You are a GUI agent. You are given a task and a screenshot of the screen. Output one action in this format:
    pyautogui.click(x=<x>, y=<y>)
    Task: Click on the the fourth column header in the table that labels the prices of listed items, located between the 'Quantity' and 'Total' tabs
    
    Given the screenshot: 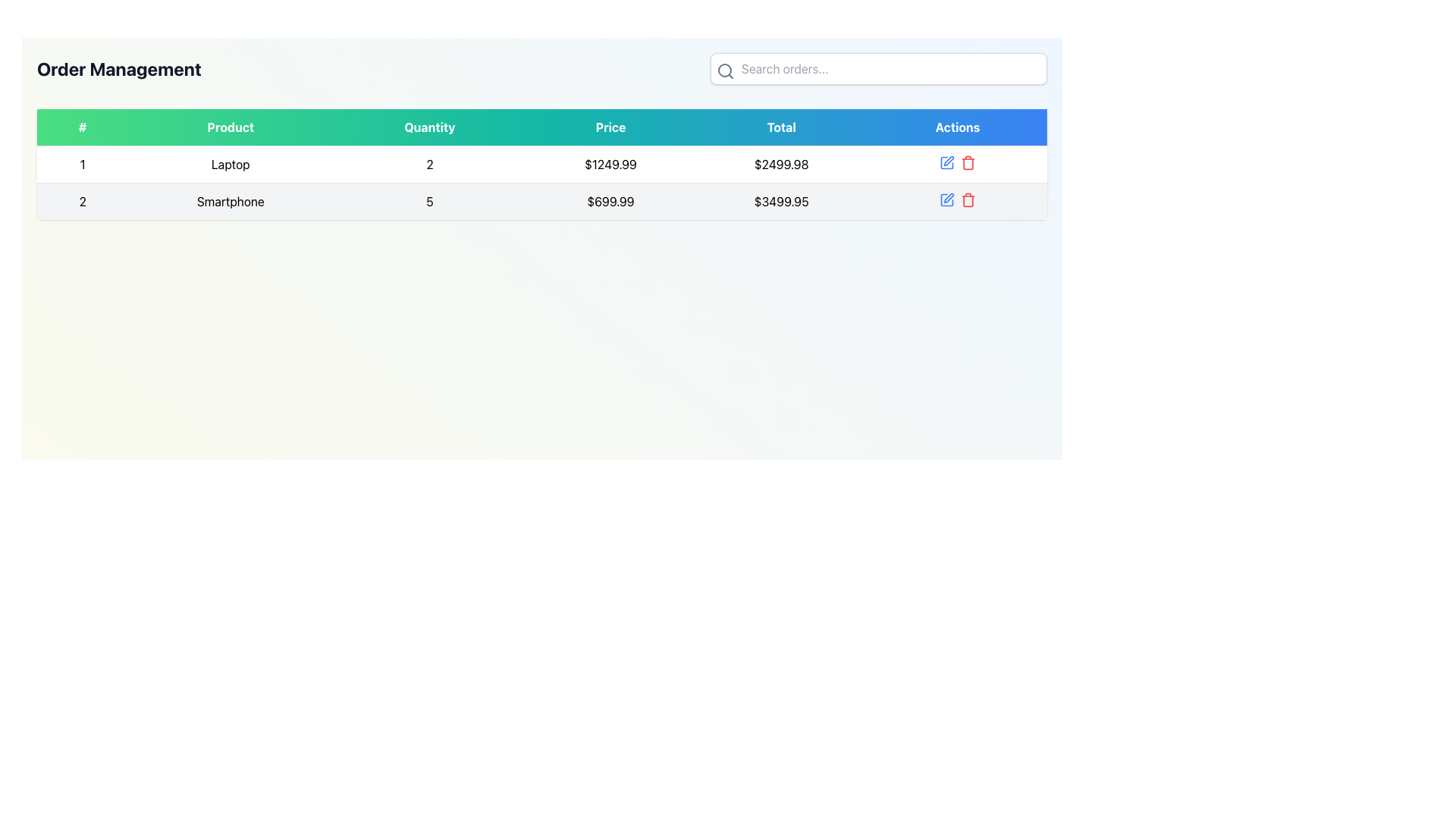 What is the action you would take?
    pyautogui.click(x=610, y=127)
    